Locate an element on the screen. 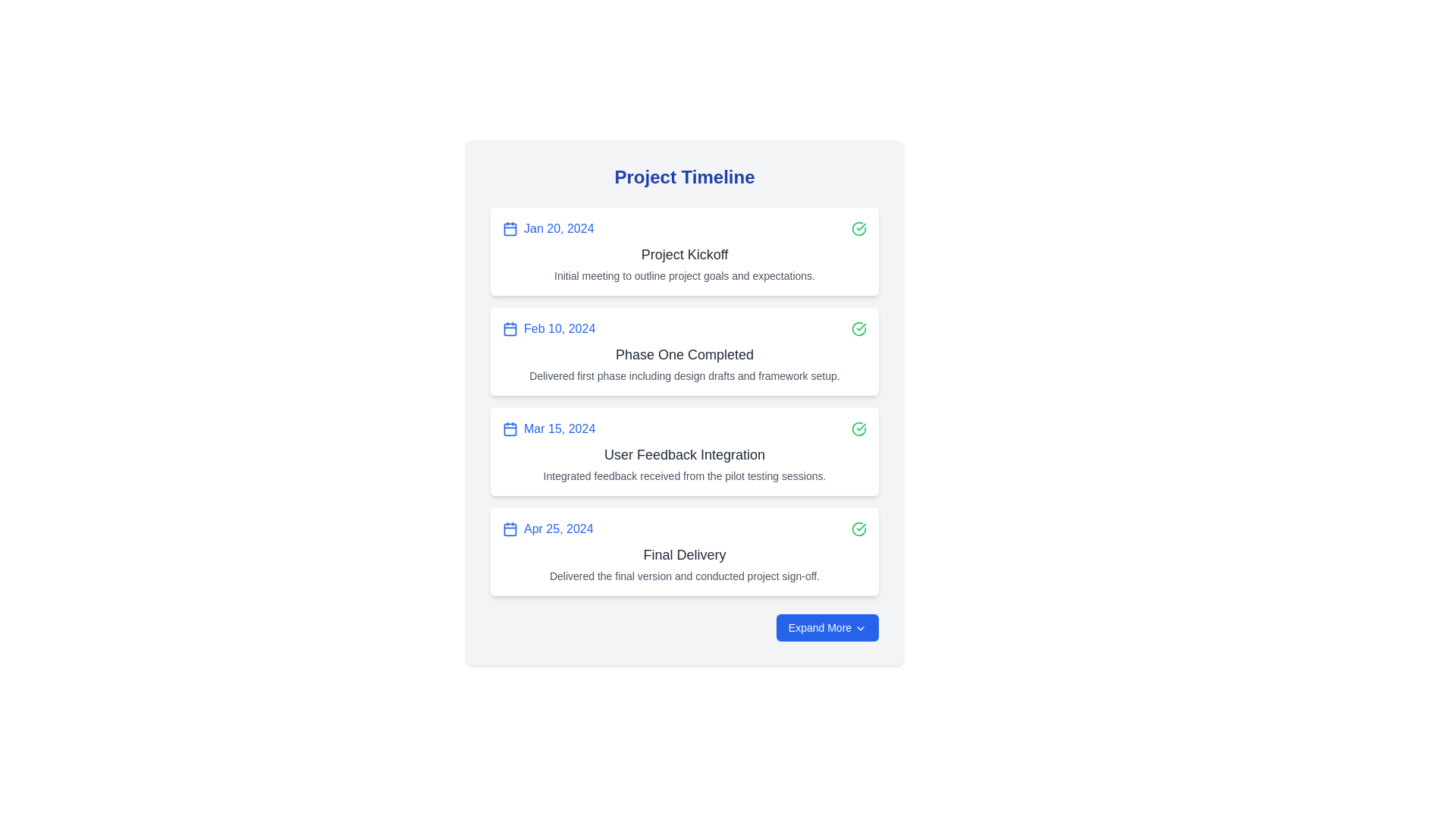 The width and height of the screenshot is (1456, 819). the calendar icon with a blue outline and white interior, located to the left of the text 'Mar 15, 2024', which is the third icon under 'Project Timeline' is located at coordinates (510, 429).